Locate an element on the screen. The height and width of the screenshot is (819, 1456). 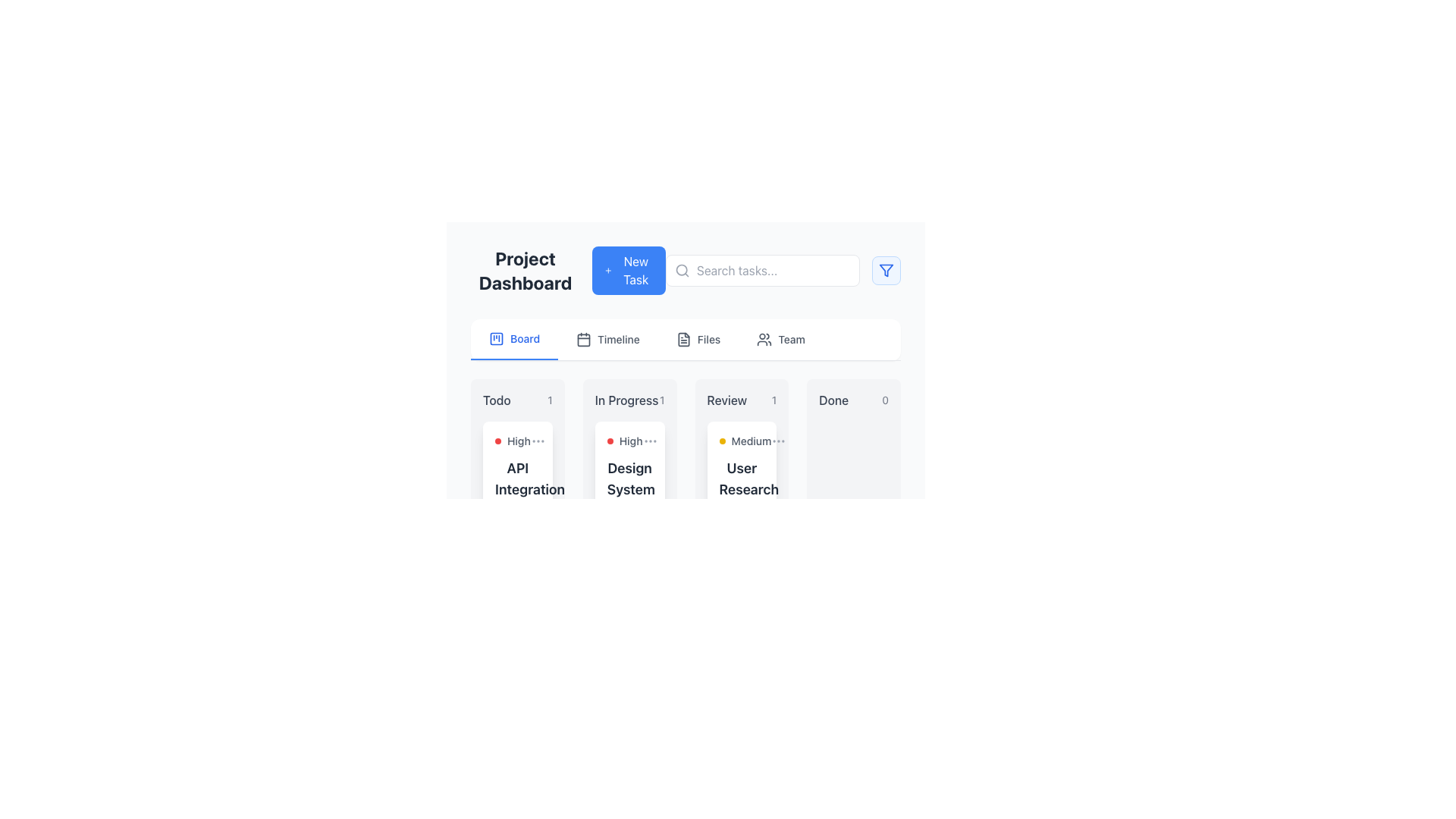
the 'Files' menu icon, which is an outlined document icon located in the top navigation bar, positioned between the 'Timeline' and 'Team' menu items is located at coordinates (682, 338).